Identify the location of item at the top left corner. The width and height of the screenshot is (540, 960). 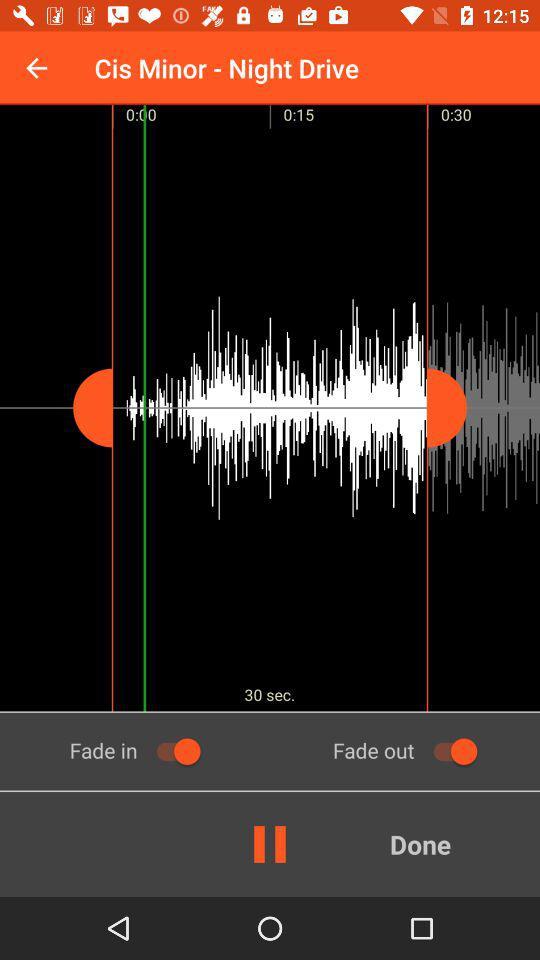
(36, 68).